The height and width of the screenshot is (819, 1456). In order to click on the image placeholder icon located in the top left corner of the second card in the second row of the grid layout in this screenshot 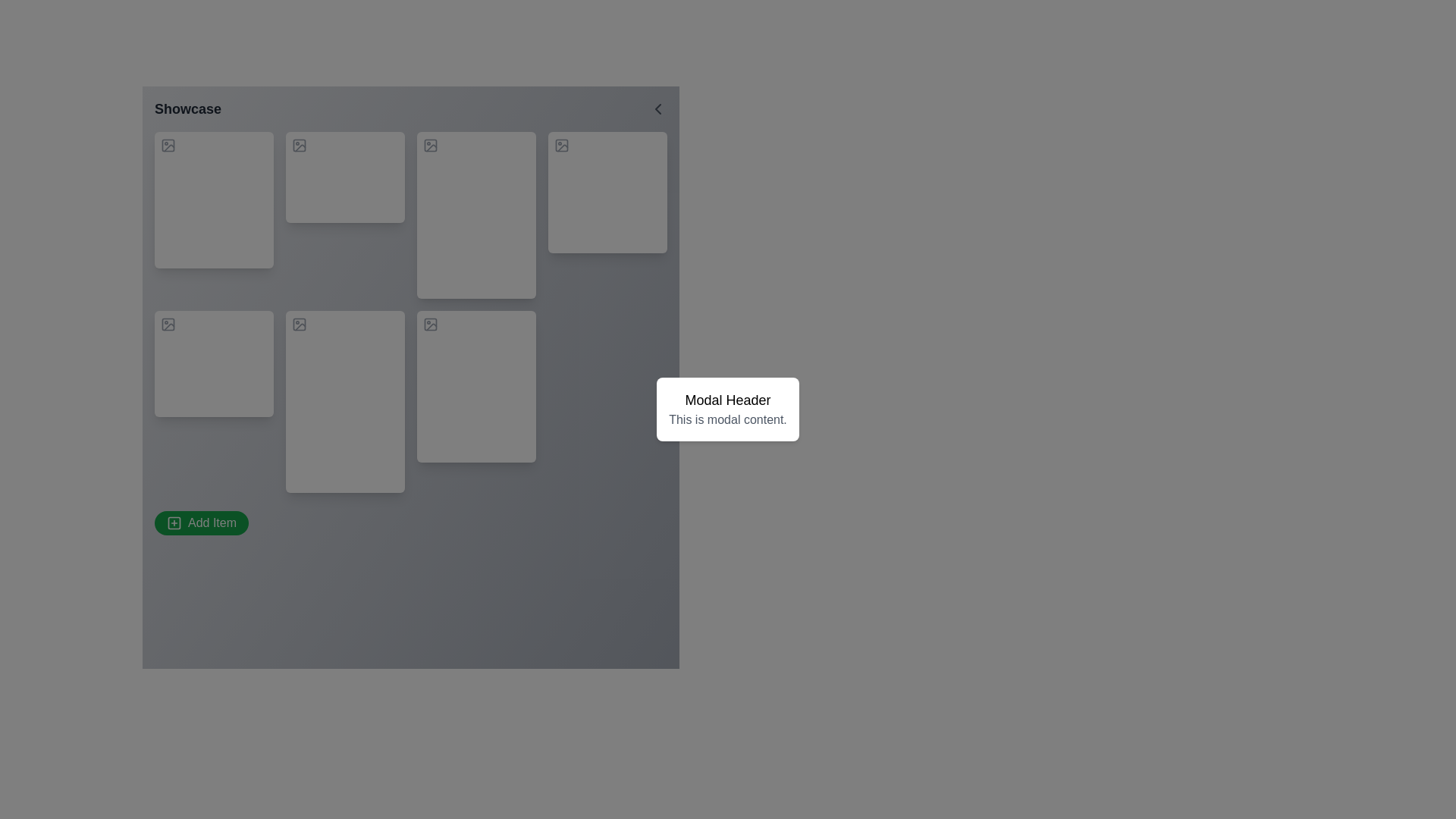, I will do `click(168, 324)`.